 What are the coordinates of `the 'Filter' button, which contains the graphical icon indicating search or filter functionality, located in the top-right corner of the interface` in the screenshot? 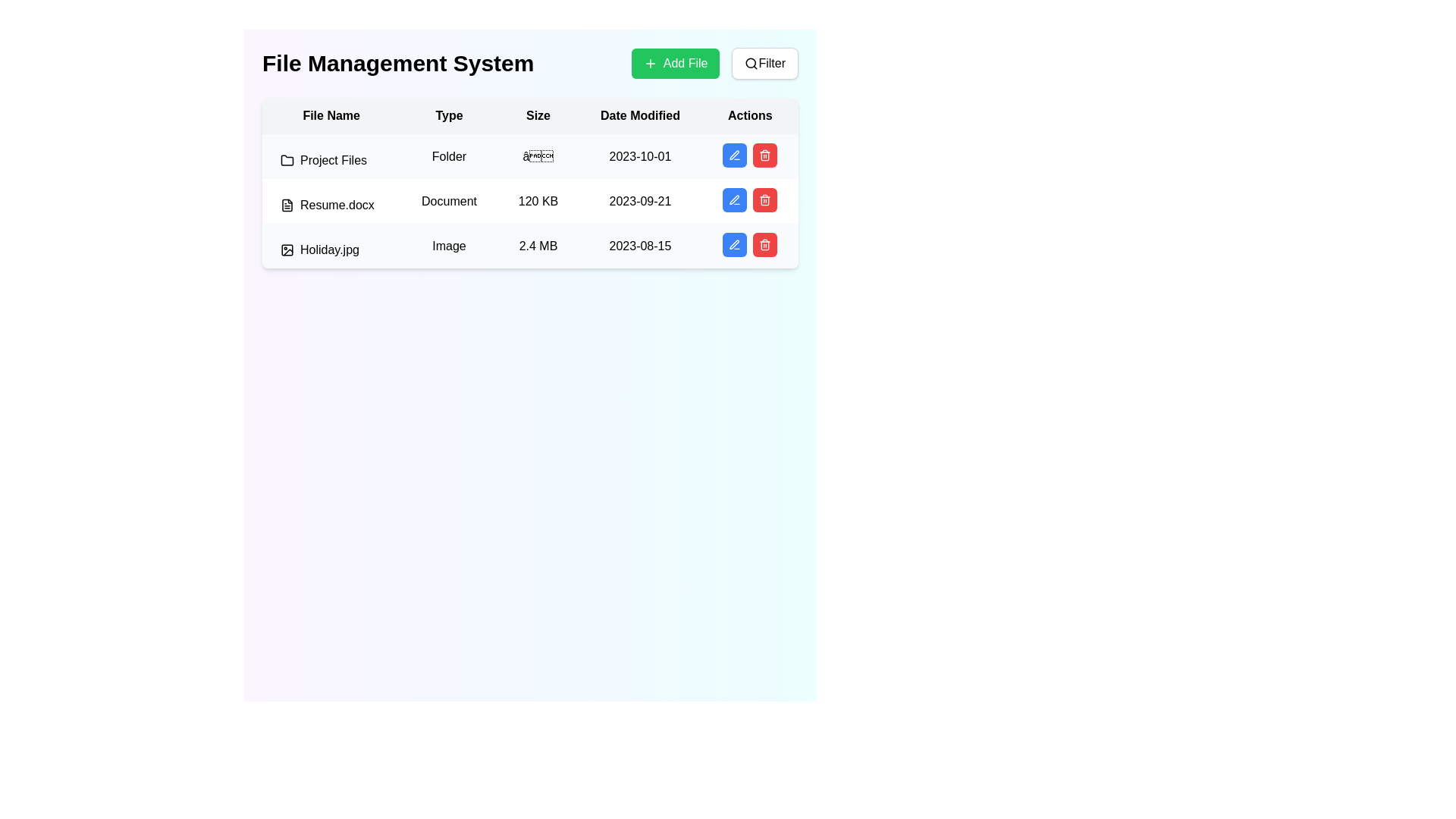 It's located at (752, 63).